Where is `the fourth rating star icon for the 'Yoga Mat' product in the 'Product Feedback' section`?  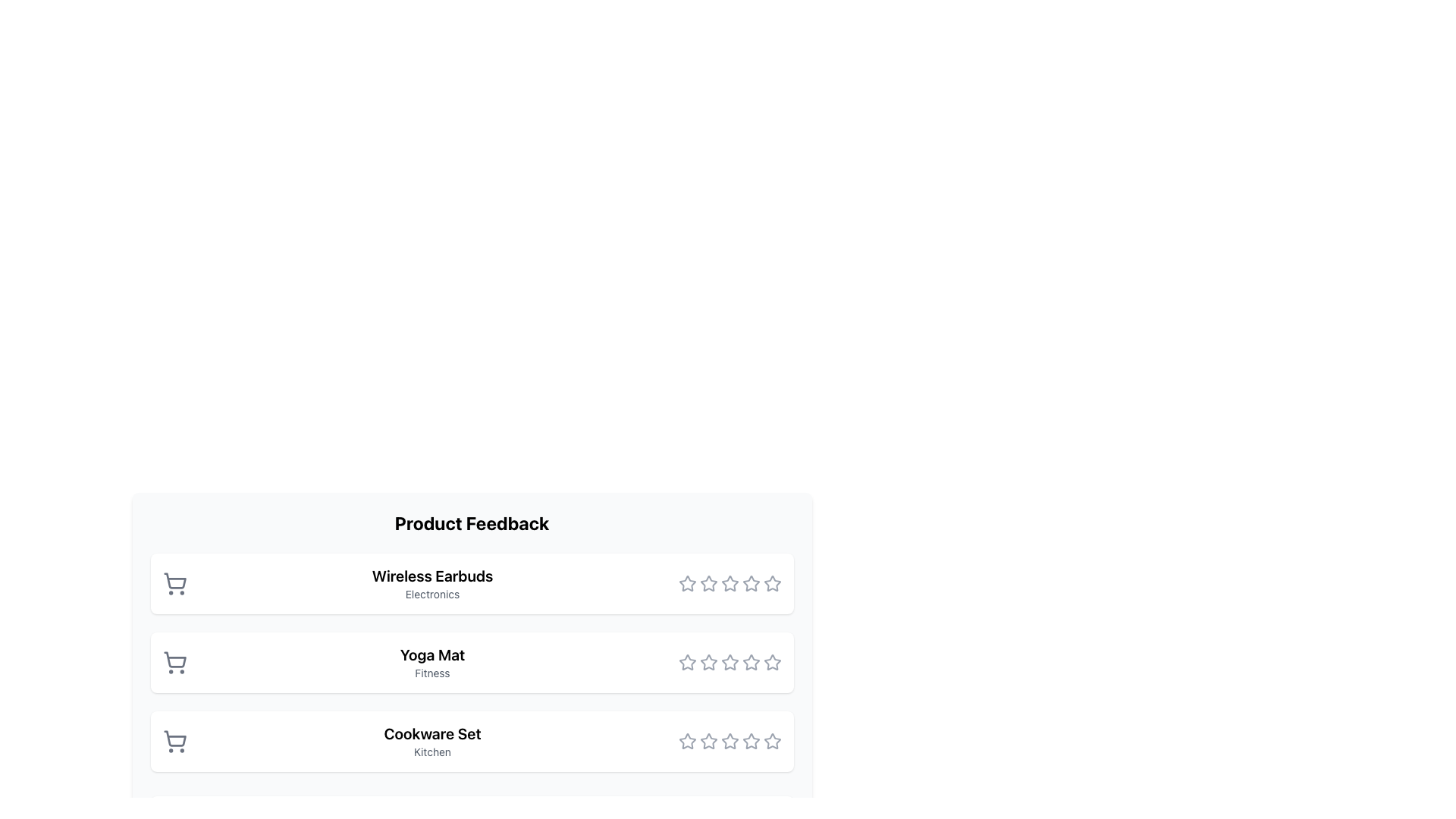
the fourth rating star icon for the 'Yoga Mat' product in the 'Product Feedback' section is located at coordinates (730, 661).